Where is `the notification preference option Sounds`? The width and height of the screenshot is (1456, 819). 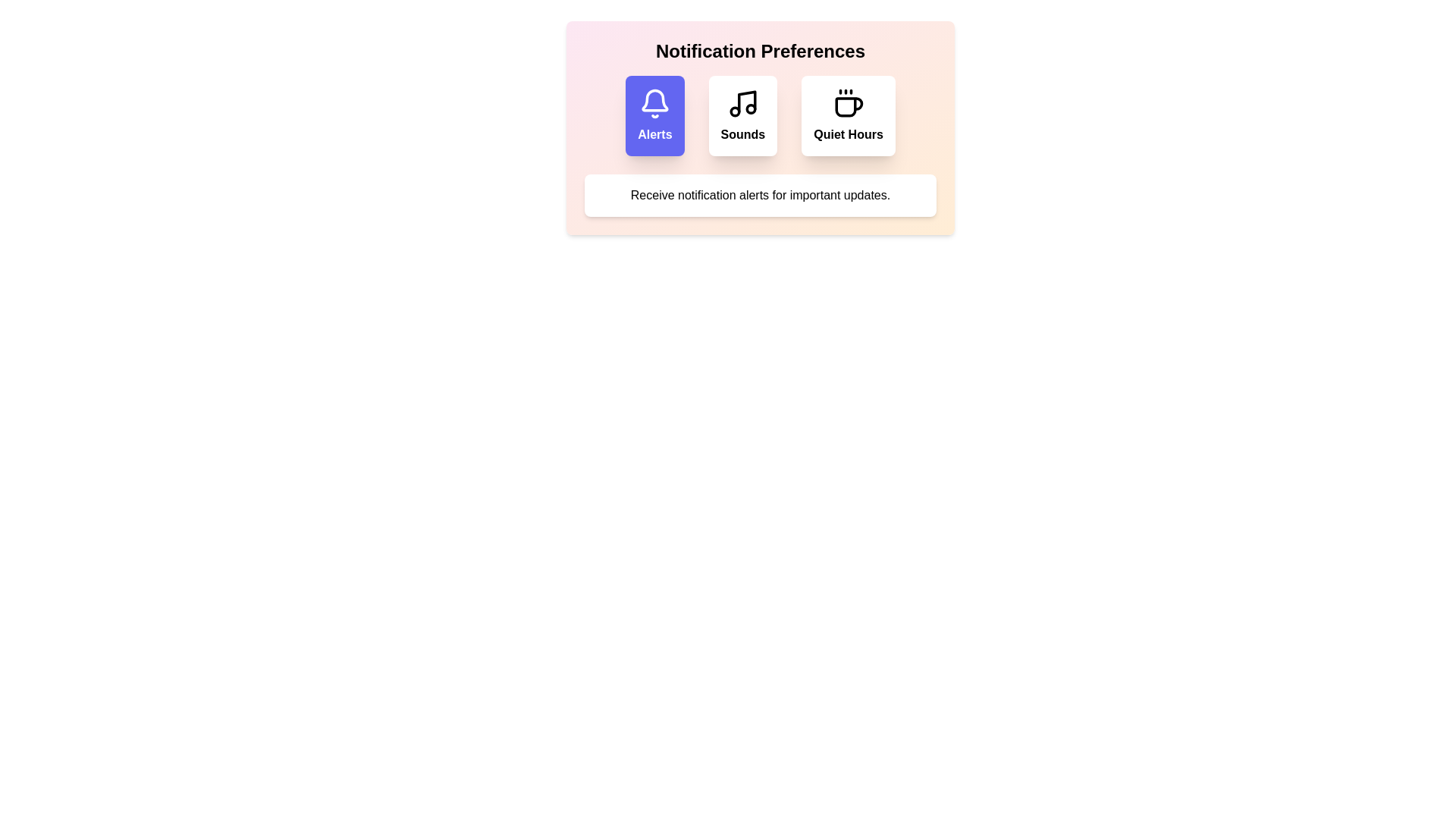 the notification preference option Sounds is located at coordinates (742, 115).